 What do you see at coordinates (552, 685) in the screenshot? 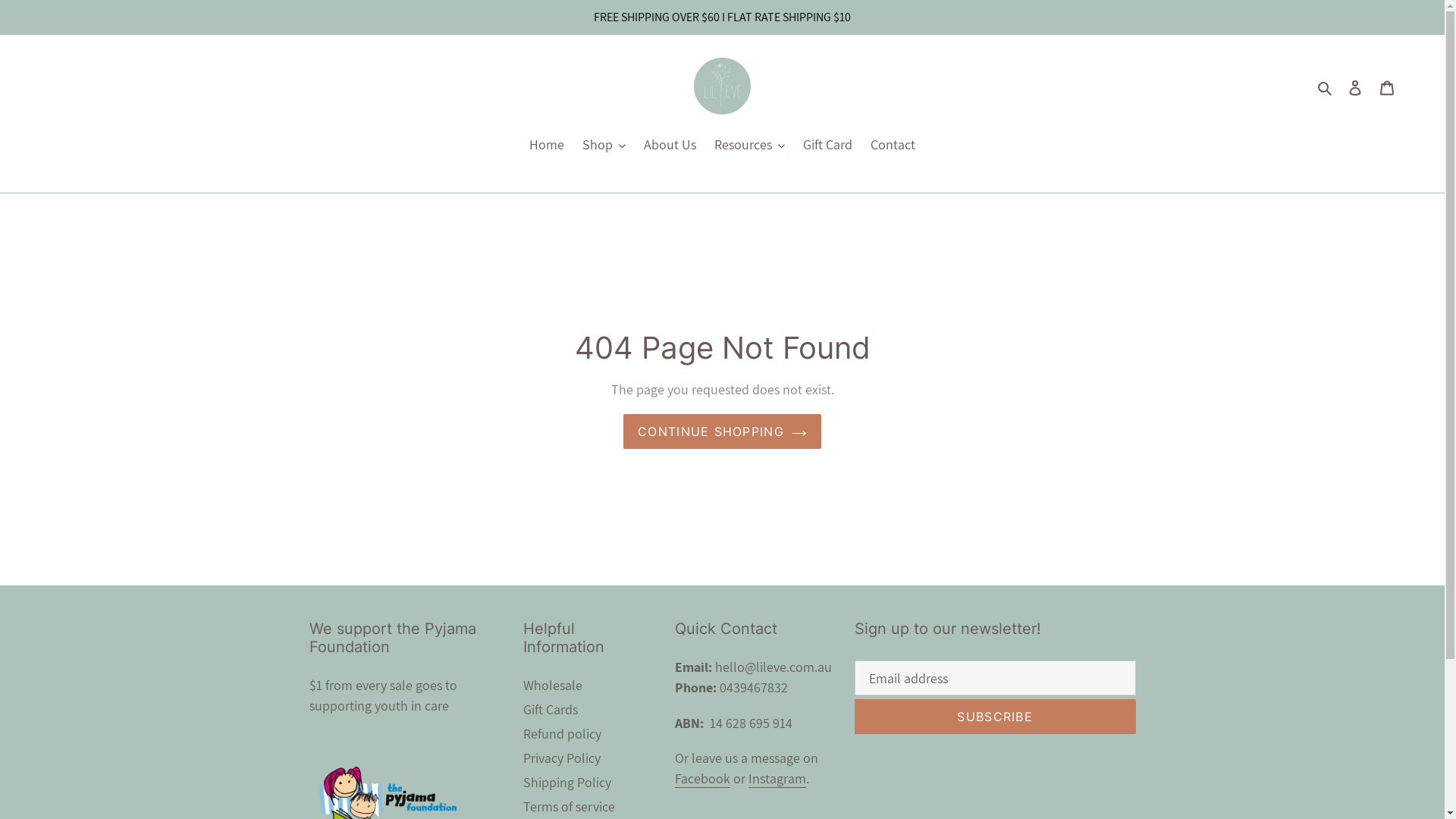
I see `'Wholesale'` at bounding box center [552, 685].